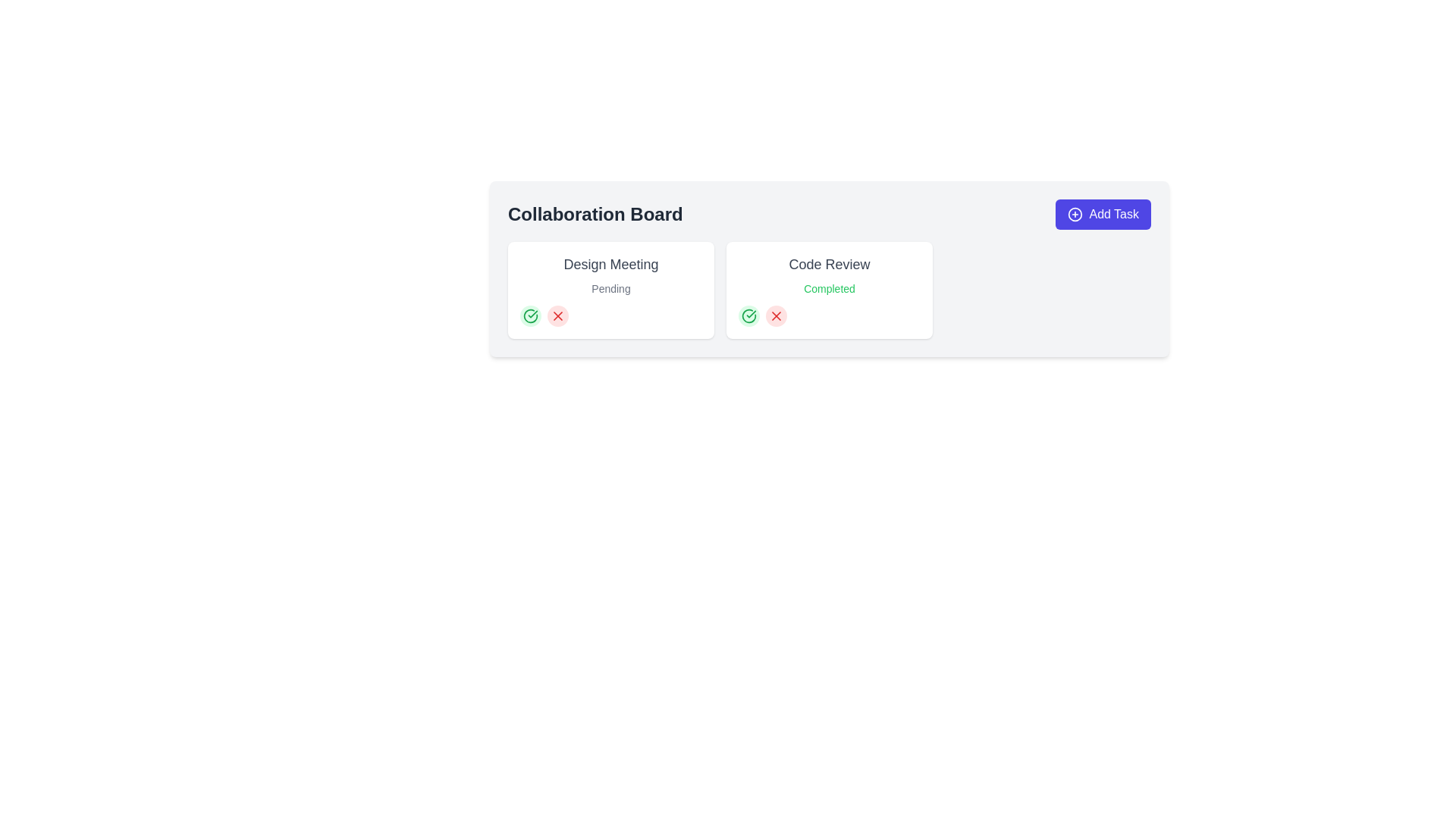  Describe the element at coordinates (829, 290) in the screenshot. I see `the 'Code Review' task card which has a white background and contains the text 'Code Review' in gray bold font and 'Completed' in smaller green text` at that location.